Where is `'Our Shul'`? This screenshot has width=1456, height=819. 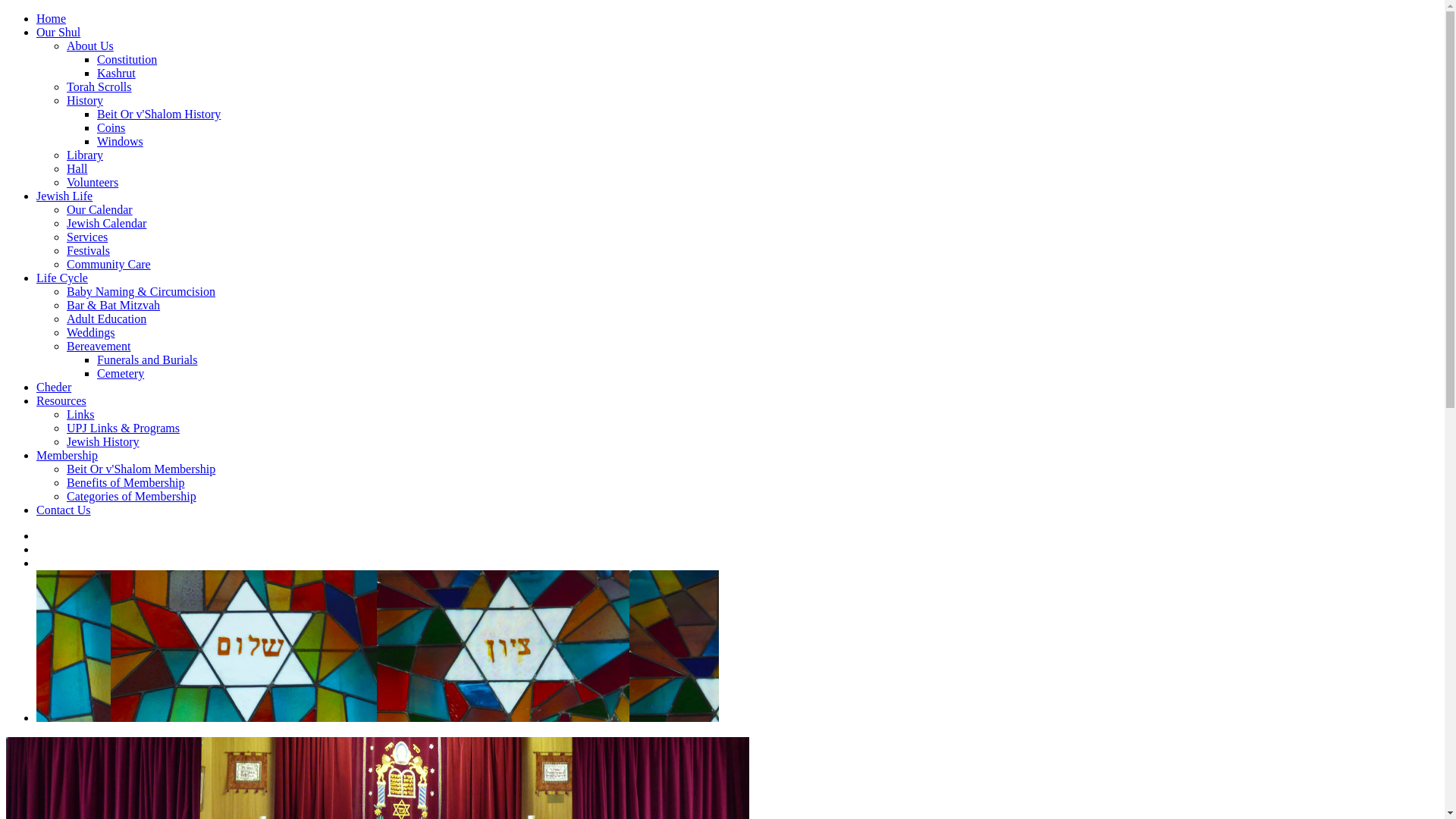 'Our Shul' is located at coordinates (58, 32).